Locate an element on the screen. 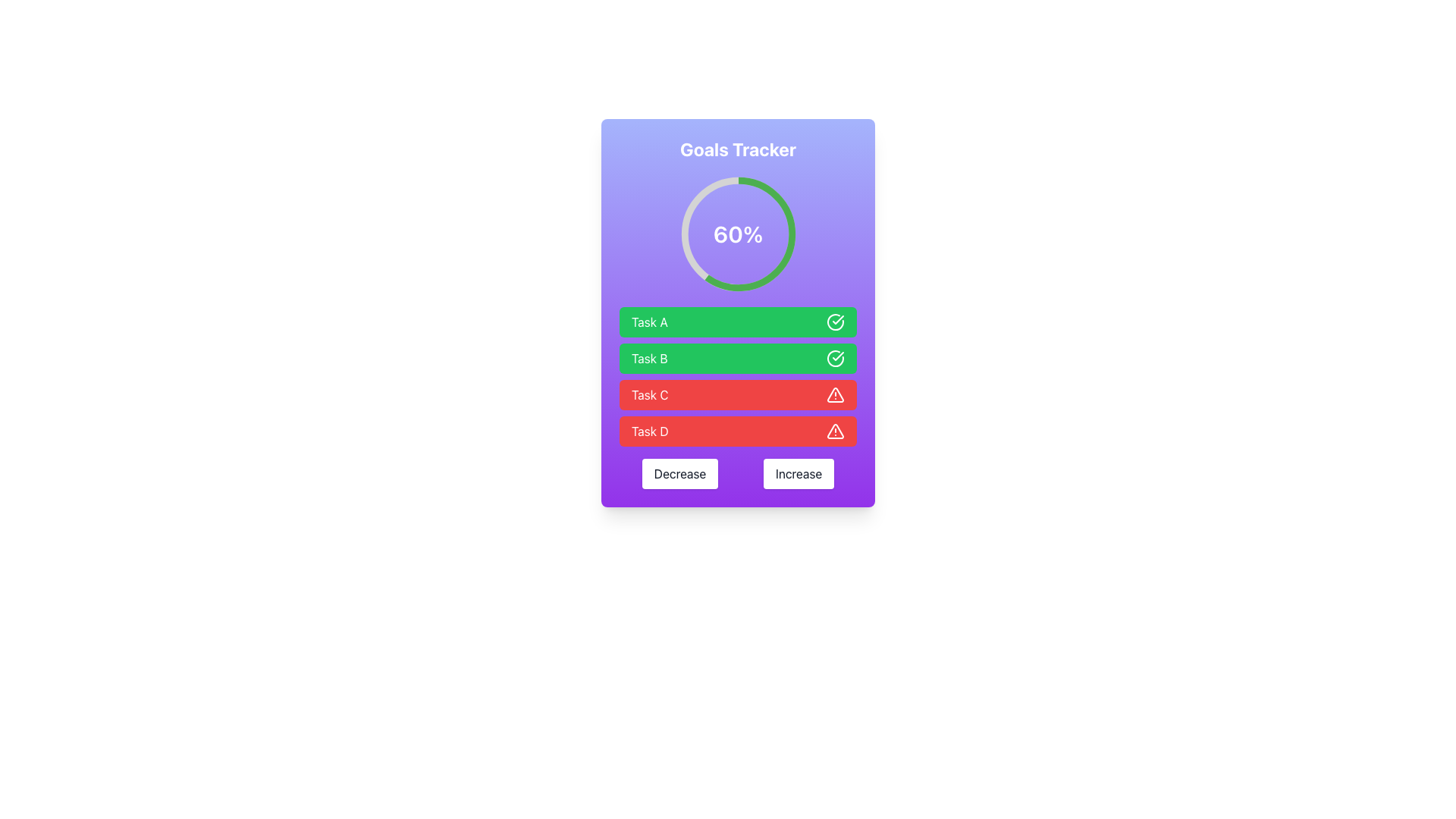 The width and height of the screenshot is (1456, 819). the 'Task D' text label is located at coordinates (650, 431).